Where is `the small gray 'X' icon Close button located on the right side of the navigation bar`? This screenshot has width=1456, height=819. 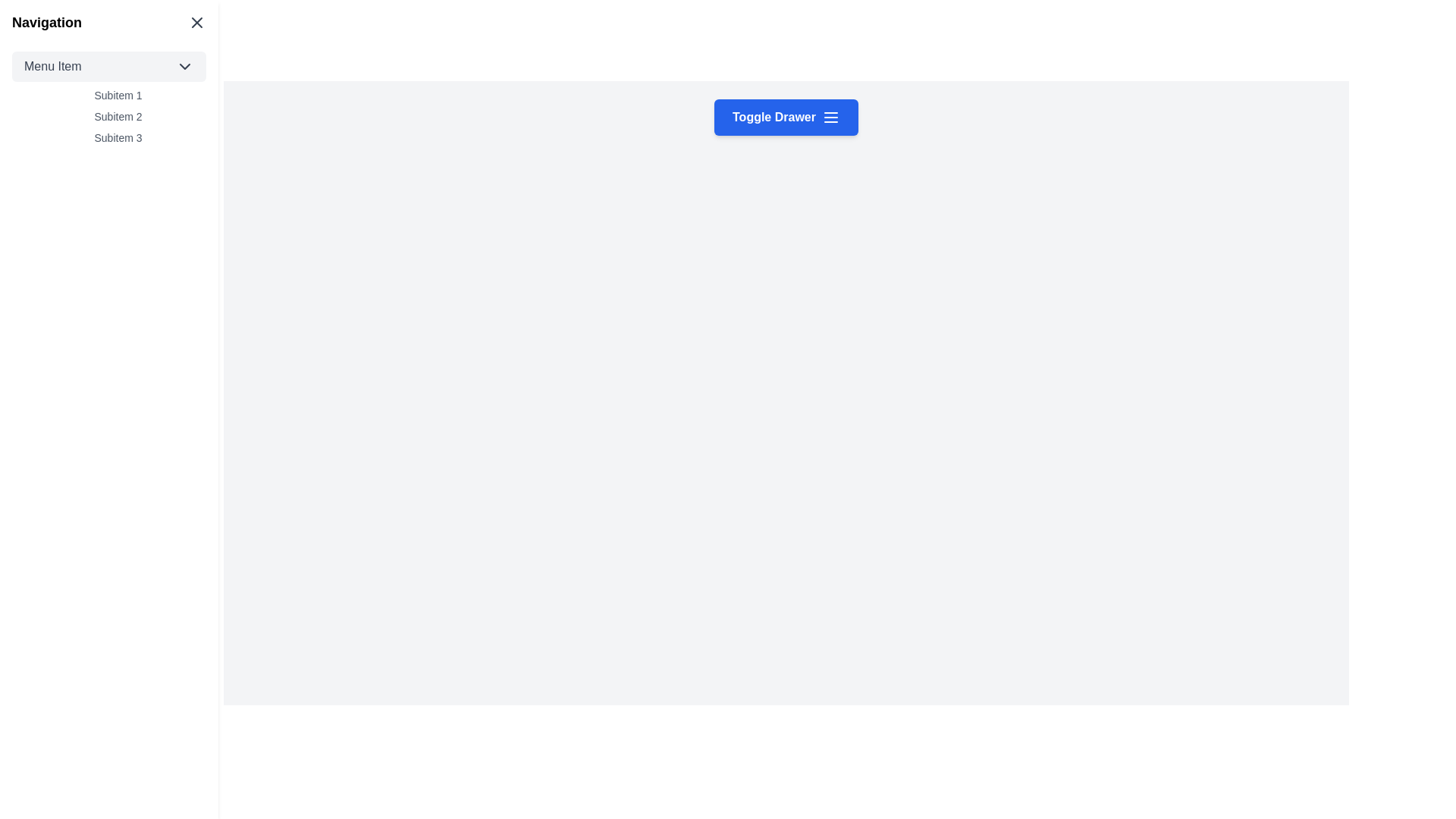 the small gray 'X' icon Close button located on the right side of the navigation bar is located at coordinates (196, 23).